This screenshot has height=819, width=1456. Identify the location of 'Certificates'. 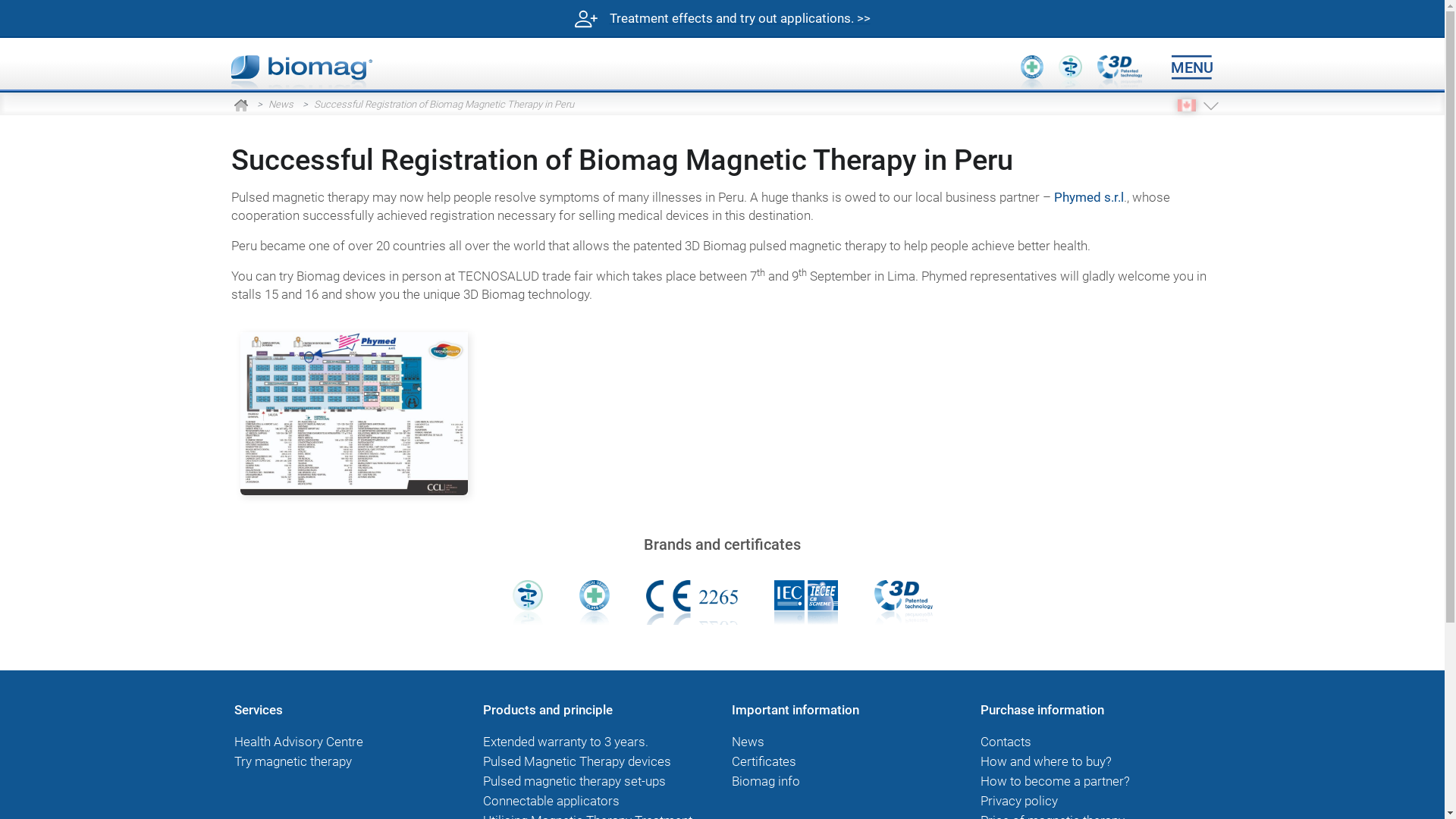
(731, 761).